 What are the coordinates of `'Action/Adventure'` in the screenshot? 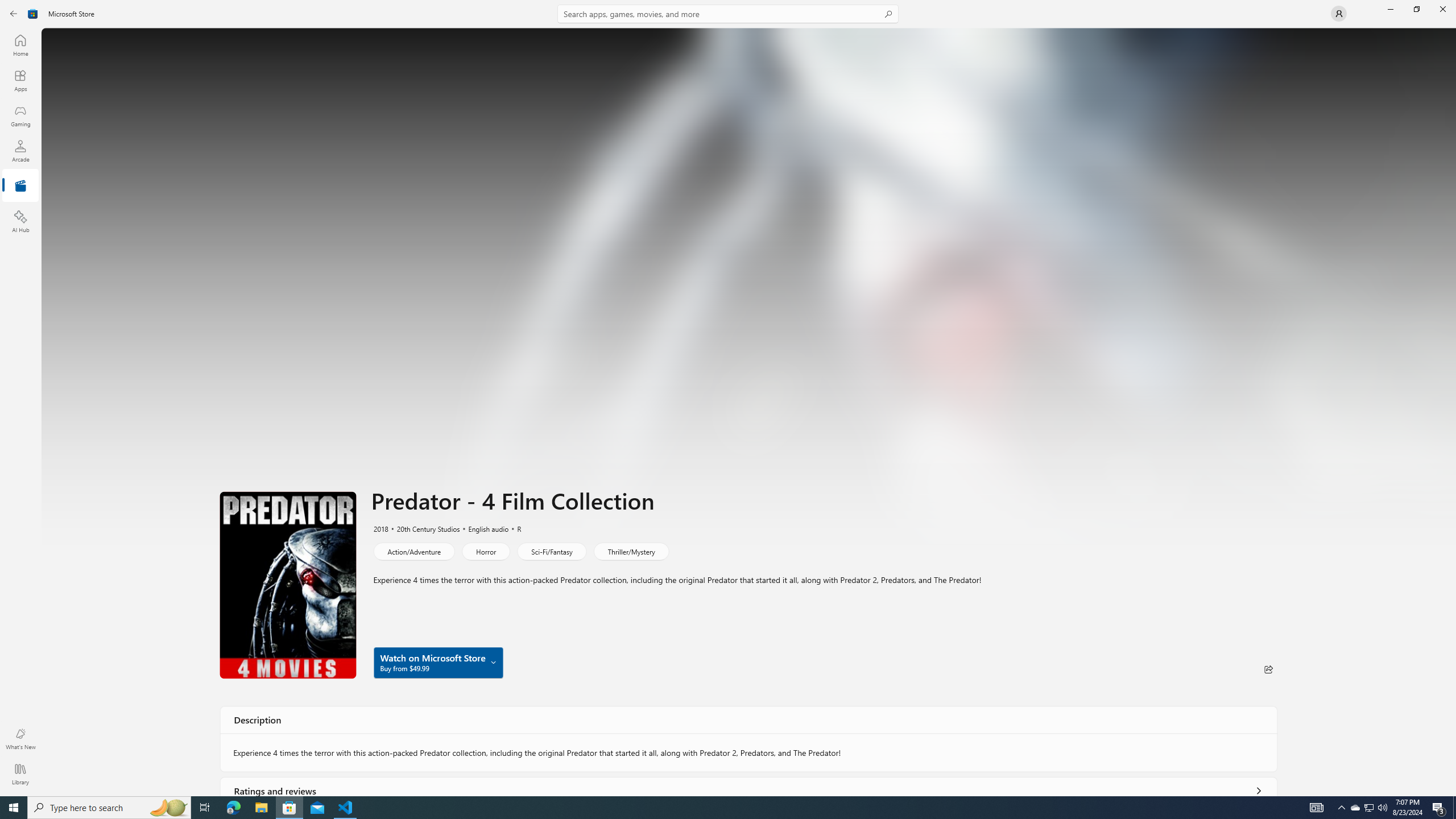 It's located at (413, 551).